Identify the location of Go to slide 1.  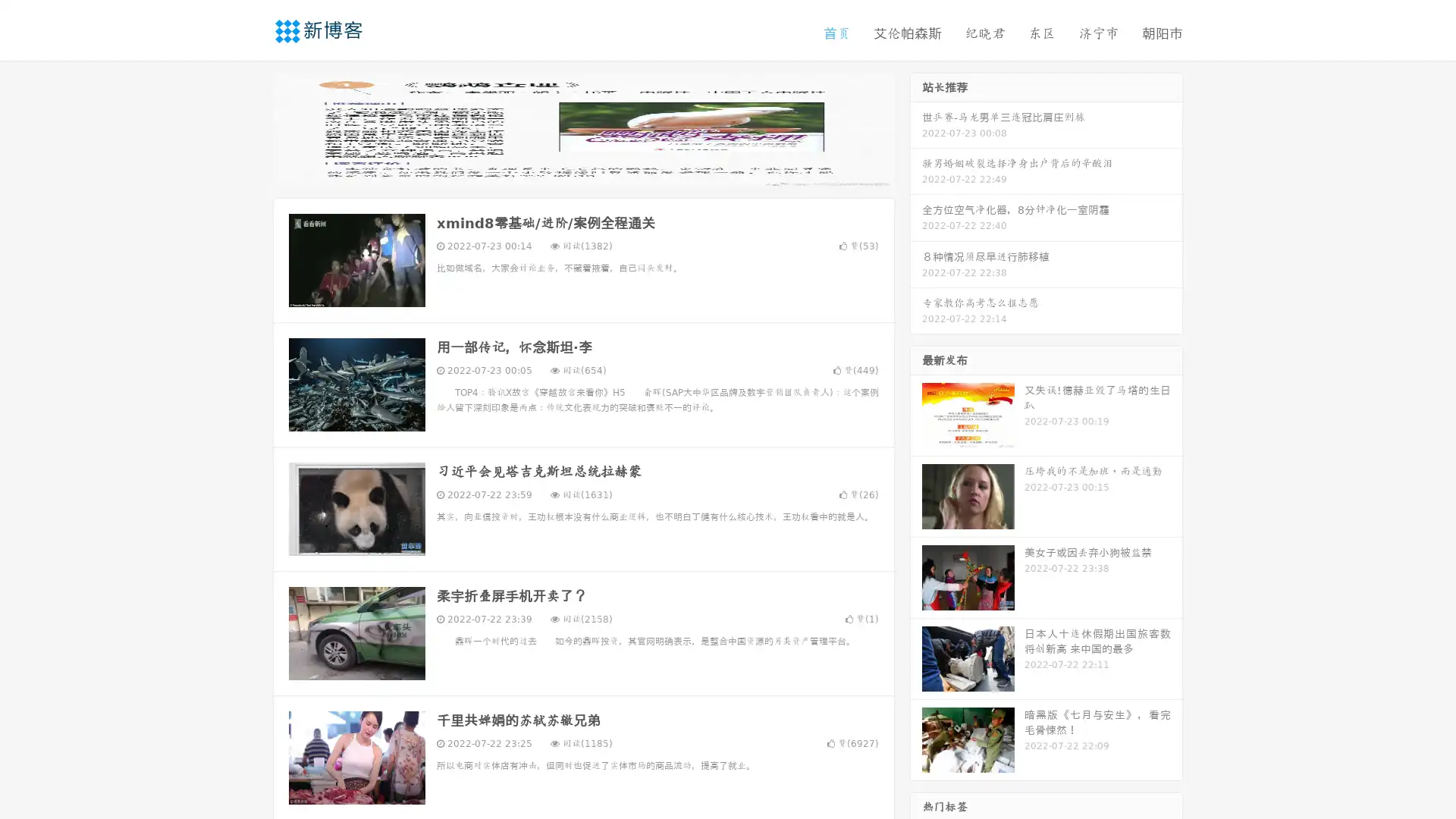
(567, 171).